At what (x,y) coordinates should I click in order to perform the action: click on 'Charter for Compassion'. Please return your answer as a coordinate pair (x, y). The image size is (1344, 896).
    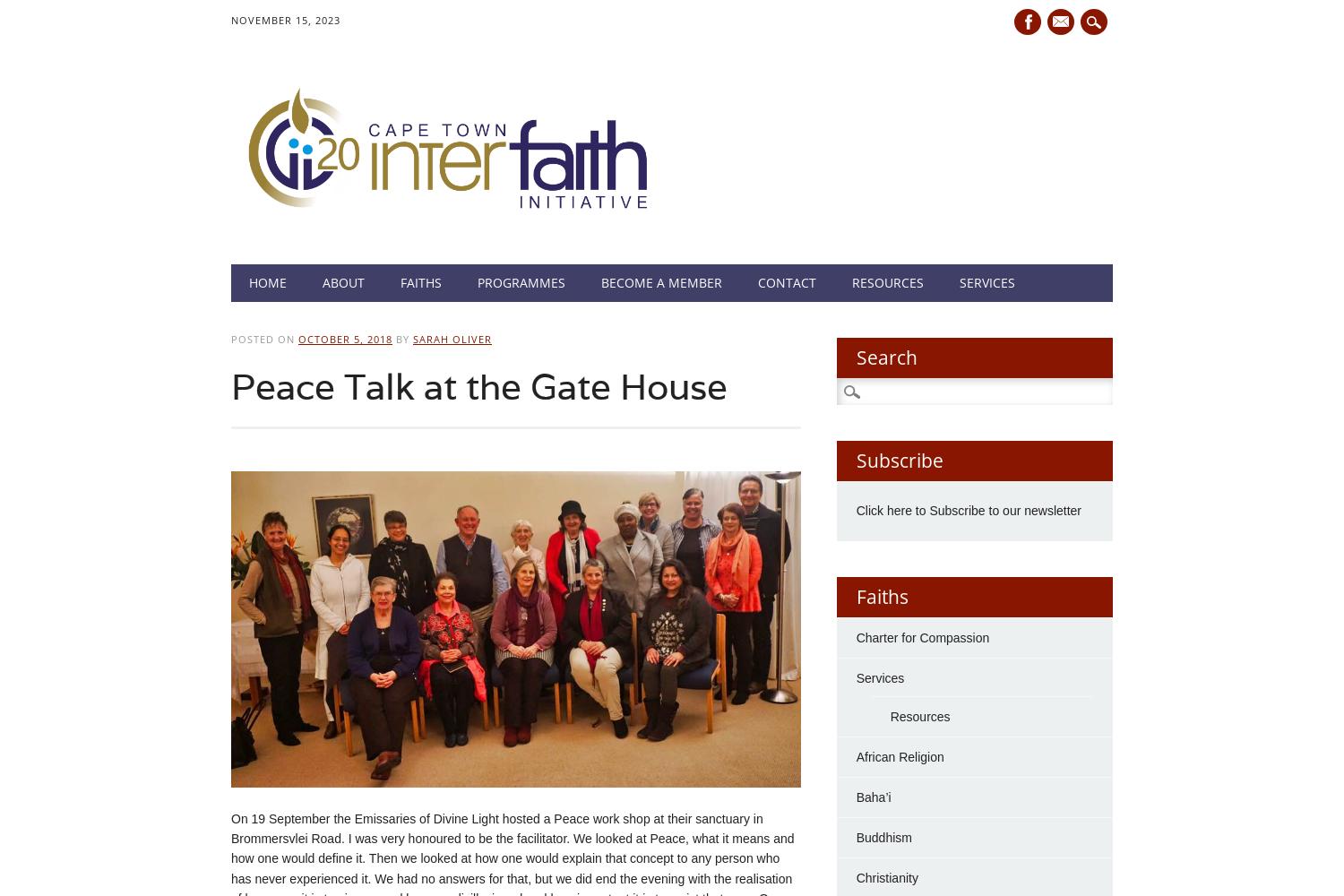
    Looking at the image, I should click on (922, 636).